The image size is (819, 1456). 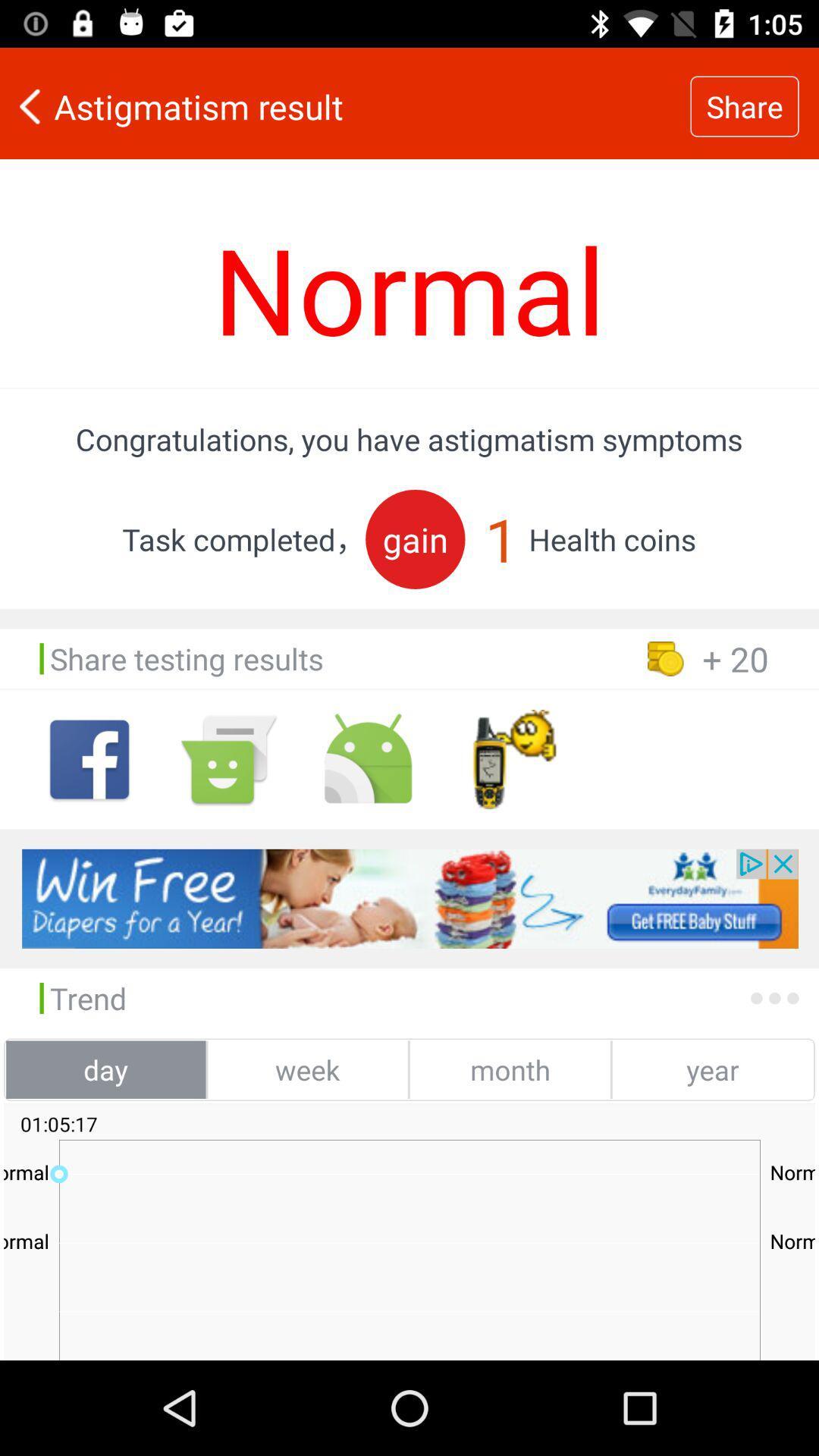 I want to click on day item, so click(x=105, y=1068).